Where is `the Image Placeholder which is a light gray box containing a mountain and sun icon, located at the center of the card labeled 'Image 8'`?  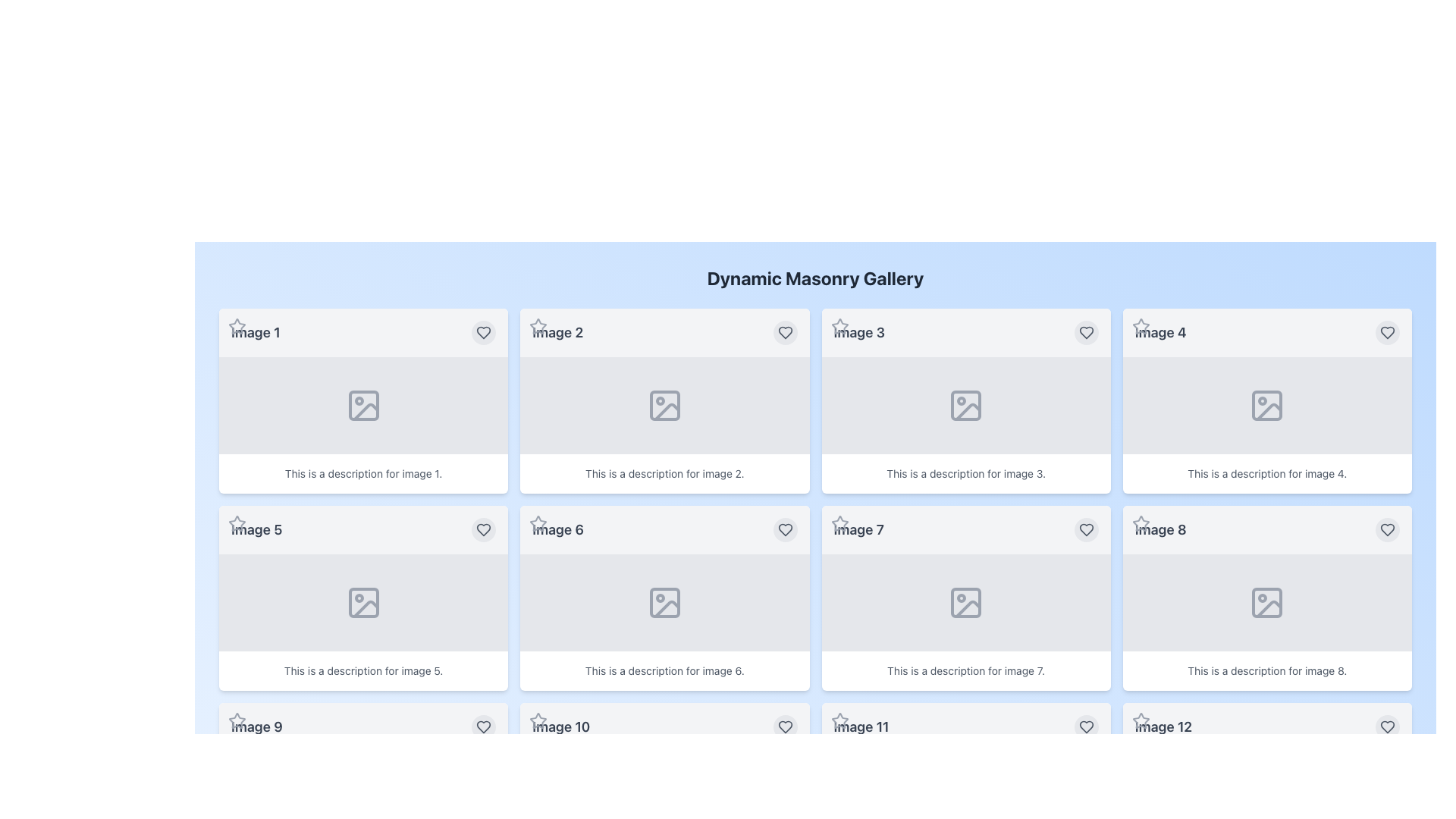
the Image Placeholder which is a light gray box containing a mountain and sun icon, located at the center of the card labeled 'Image 8' is located at coordinates (1267, 601).